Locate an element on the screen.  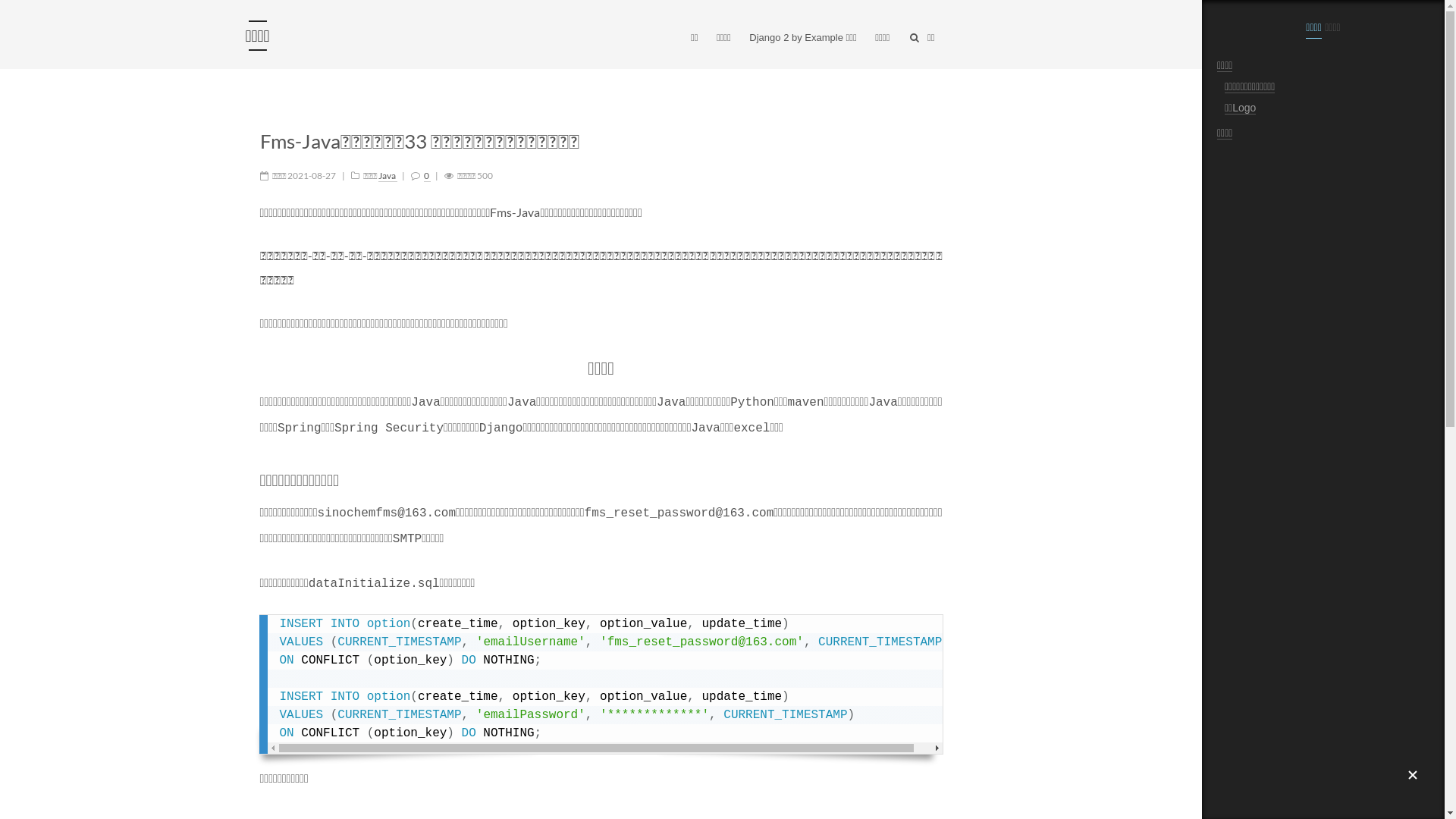
'Java' is located at coordinates (378, 174).